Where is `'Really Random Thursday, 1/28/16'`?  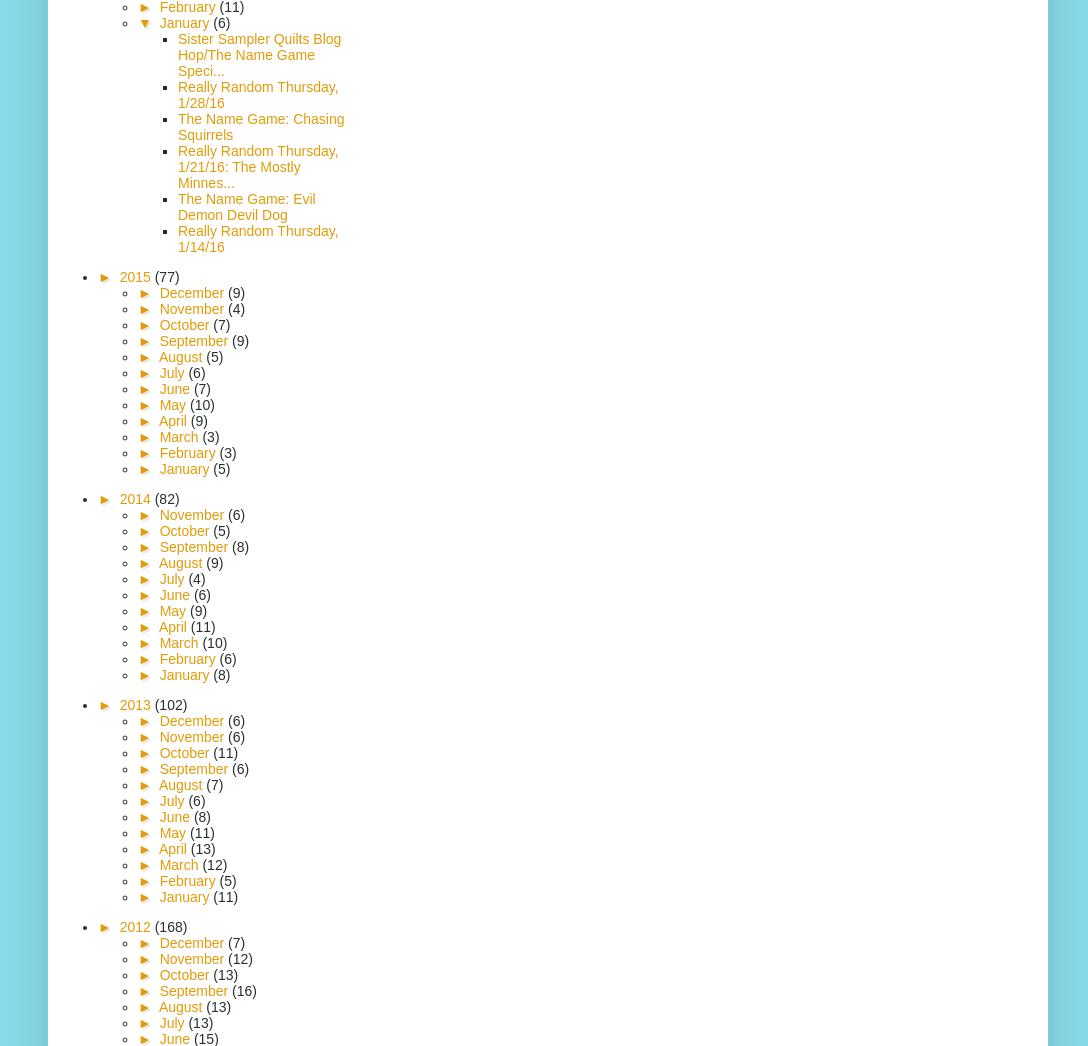 'Really Random Thursday, 1/28/16' is located at coordinates (256, 94).